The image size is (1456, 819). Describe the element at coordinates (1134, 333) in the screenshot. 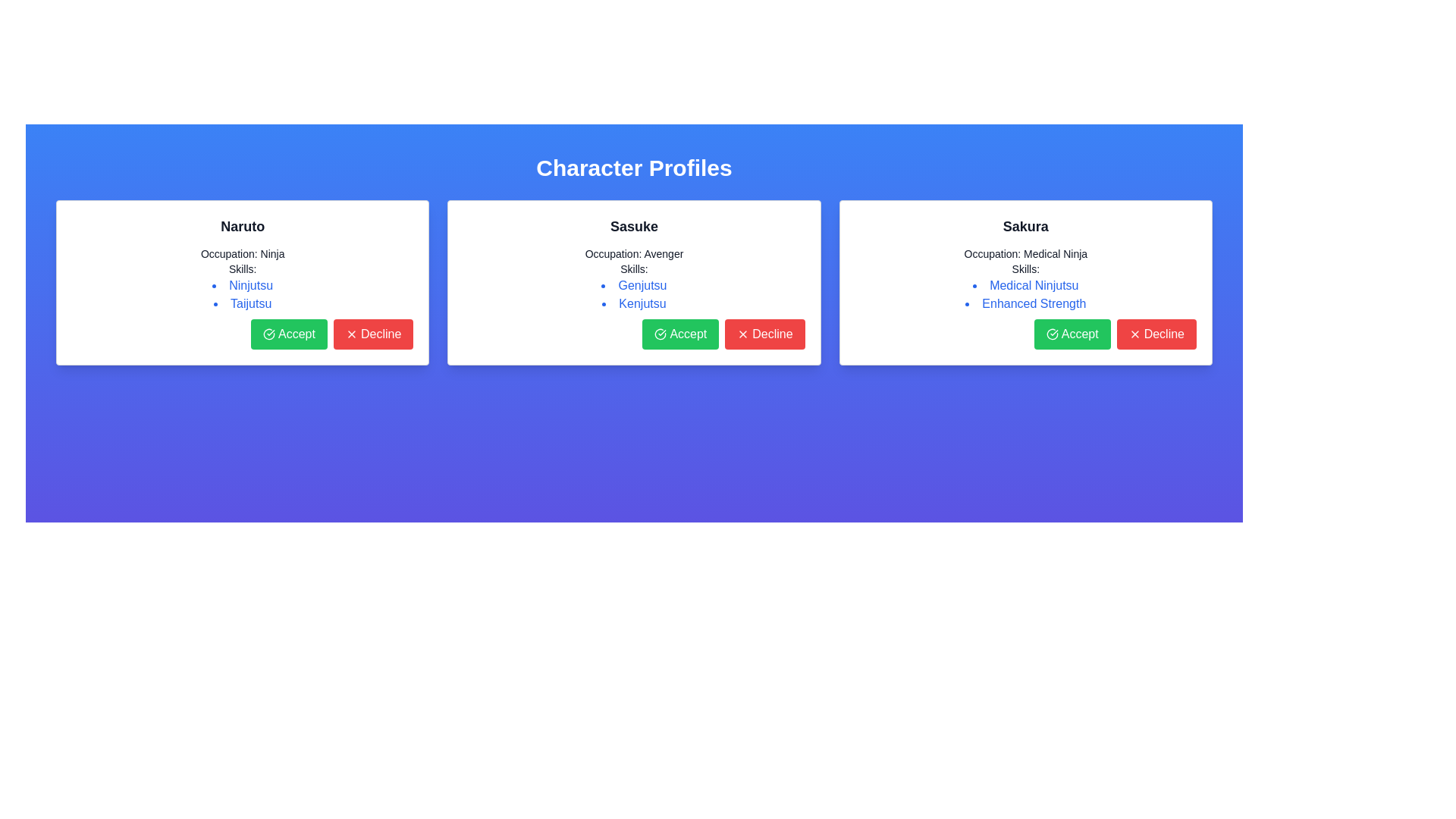

I see `the 'Decline' icon located to the left of the label text within the 'Decline' button at the bottom-right corner of the 'Sakura' card` at that location.